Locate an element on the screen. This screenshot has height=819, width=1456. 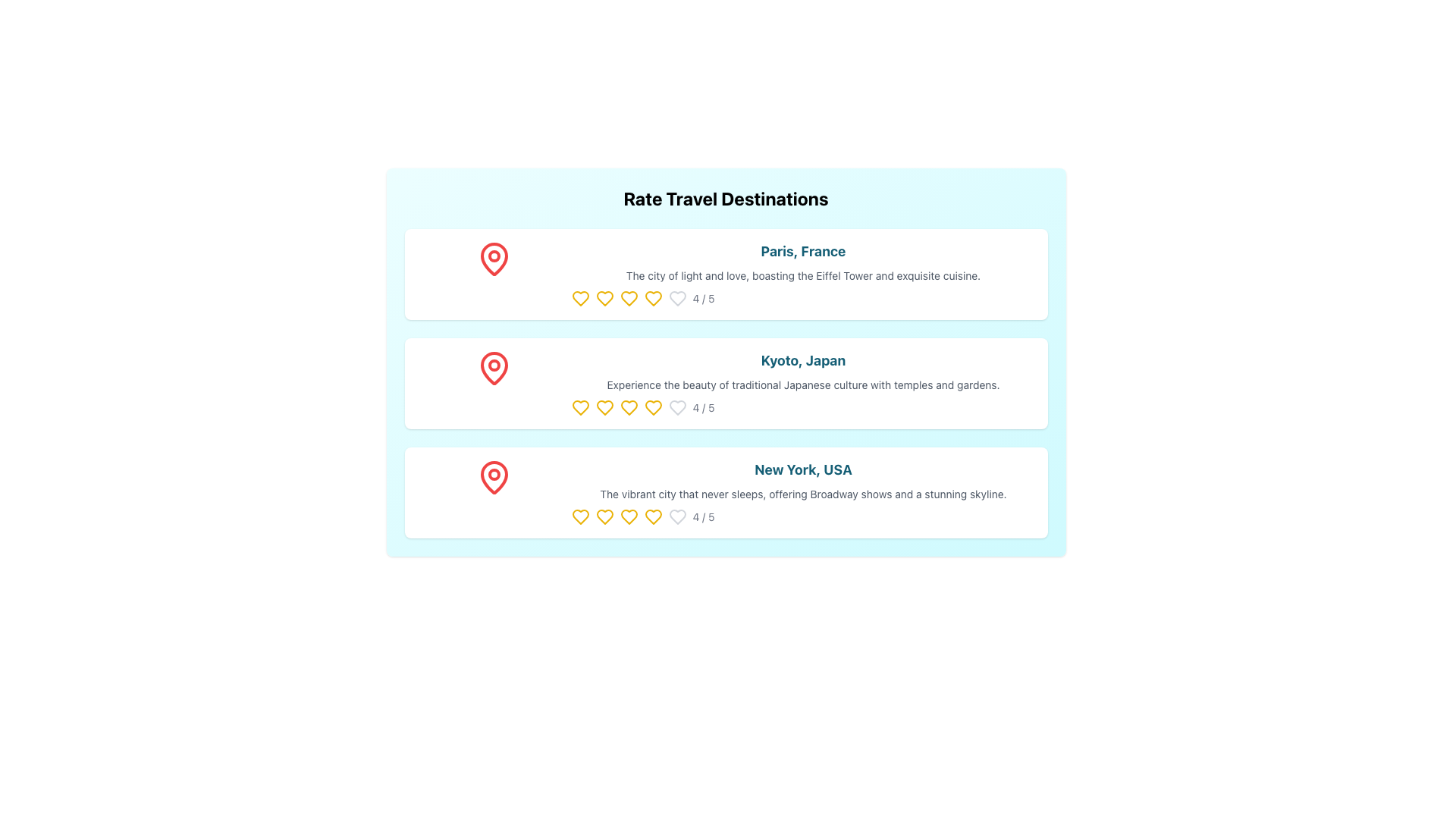
the heart icon in the 'Rate Travel Destinations' panel for 'New York, USA' is located at coordinates (653, 516).